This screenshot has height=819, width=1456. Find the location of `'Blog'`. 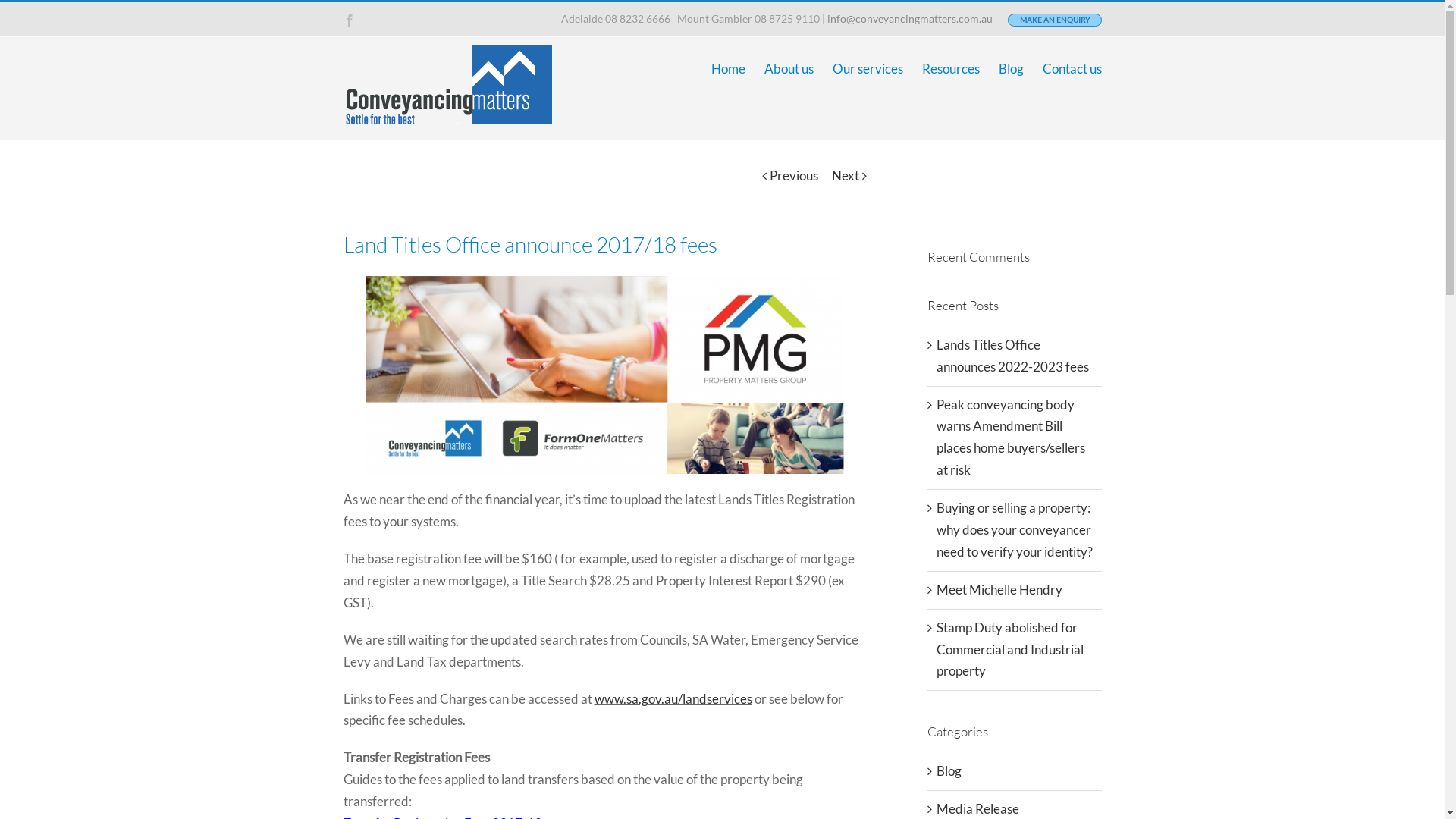

'Blog' is located at coordinates (1015, 771).